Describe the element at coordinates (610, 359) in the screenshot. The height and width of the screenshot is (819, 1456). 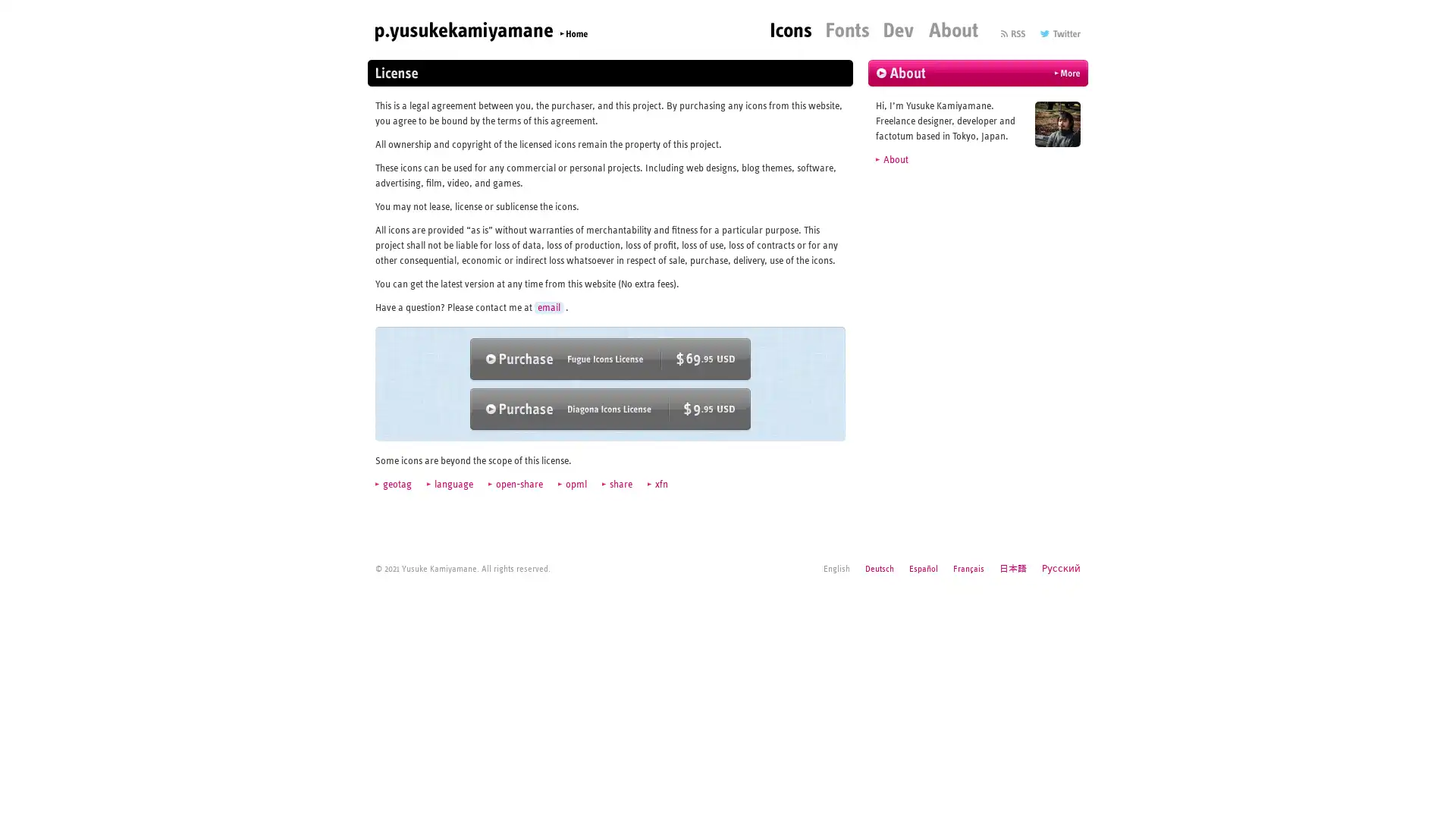
I see `Purchase Fugue Icons ($69.95 USD)` at that location.